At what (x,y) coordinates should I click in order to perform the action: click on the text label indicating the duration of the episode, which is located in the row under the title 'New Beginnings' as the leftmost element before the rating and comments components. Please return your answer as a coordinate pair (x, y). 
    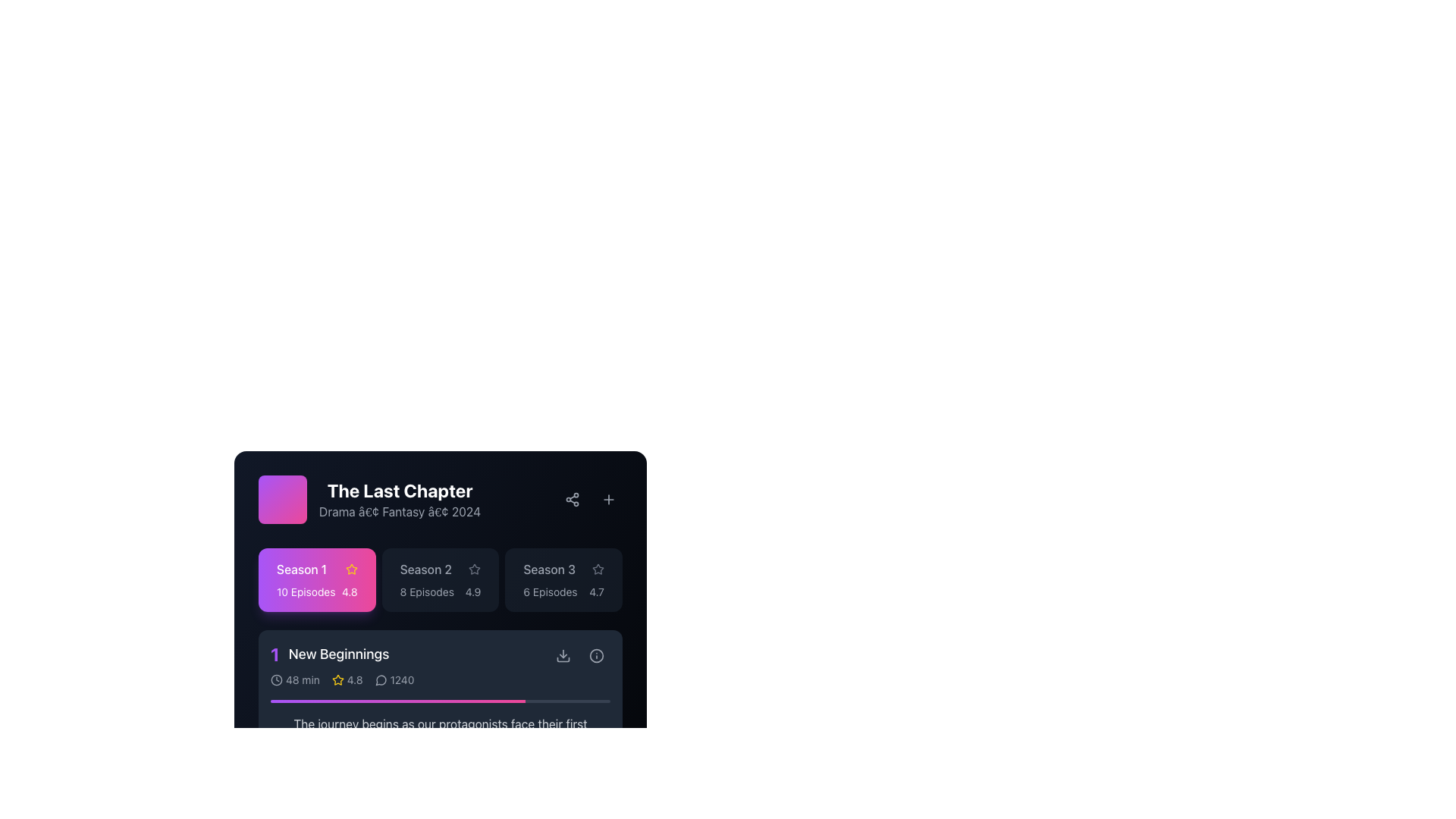
    Looking at the image, I should click on (295, 679).